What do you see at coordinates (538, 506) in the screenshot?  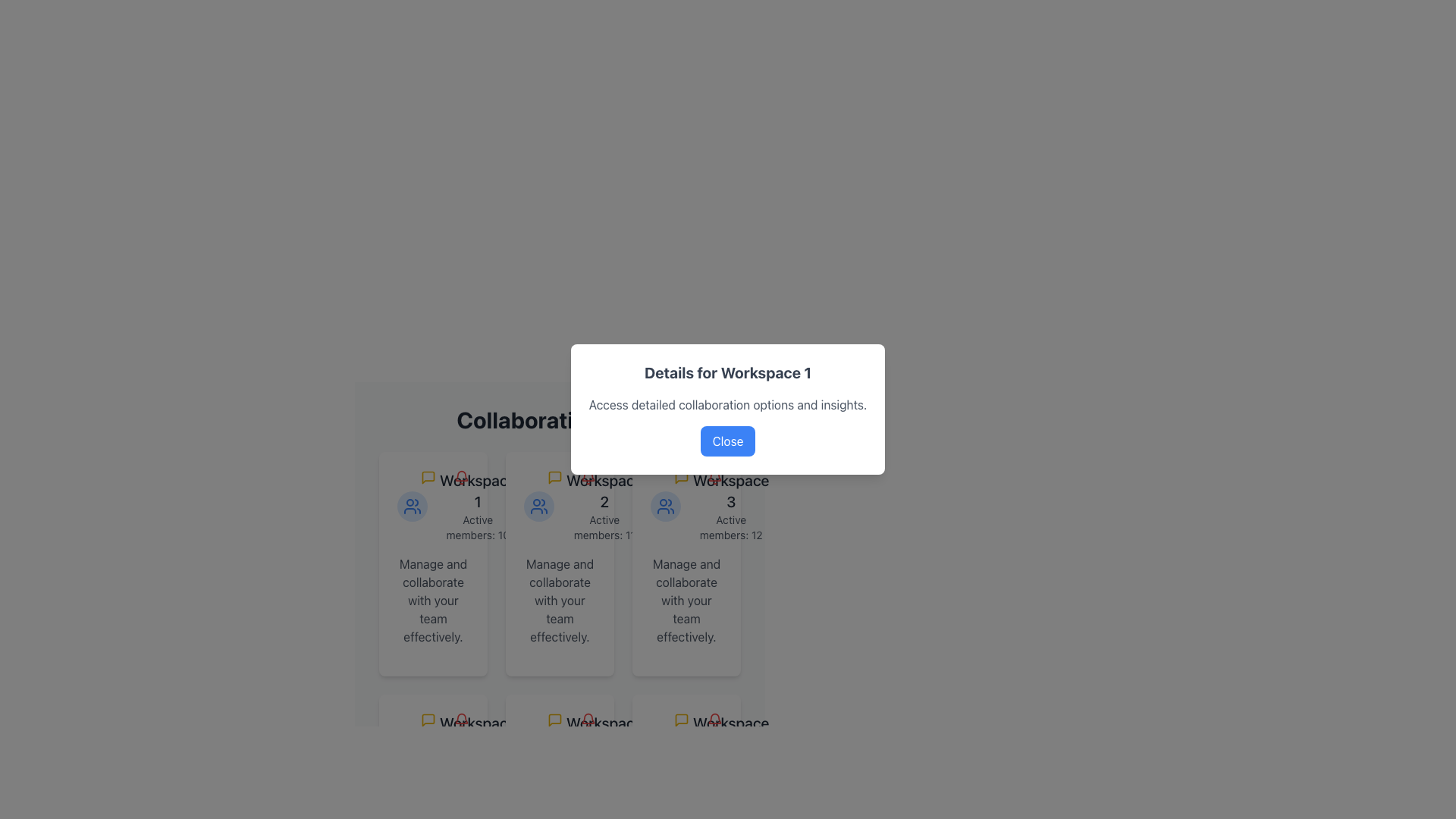 I see `the member icon located in the 'Workspace 2' section, positioned above the text 'Workspace 2' and 'Active members: 11'` at bounding box center [538, 506].